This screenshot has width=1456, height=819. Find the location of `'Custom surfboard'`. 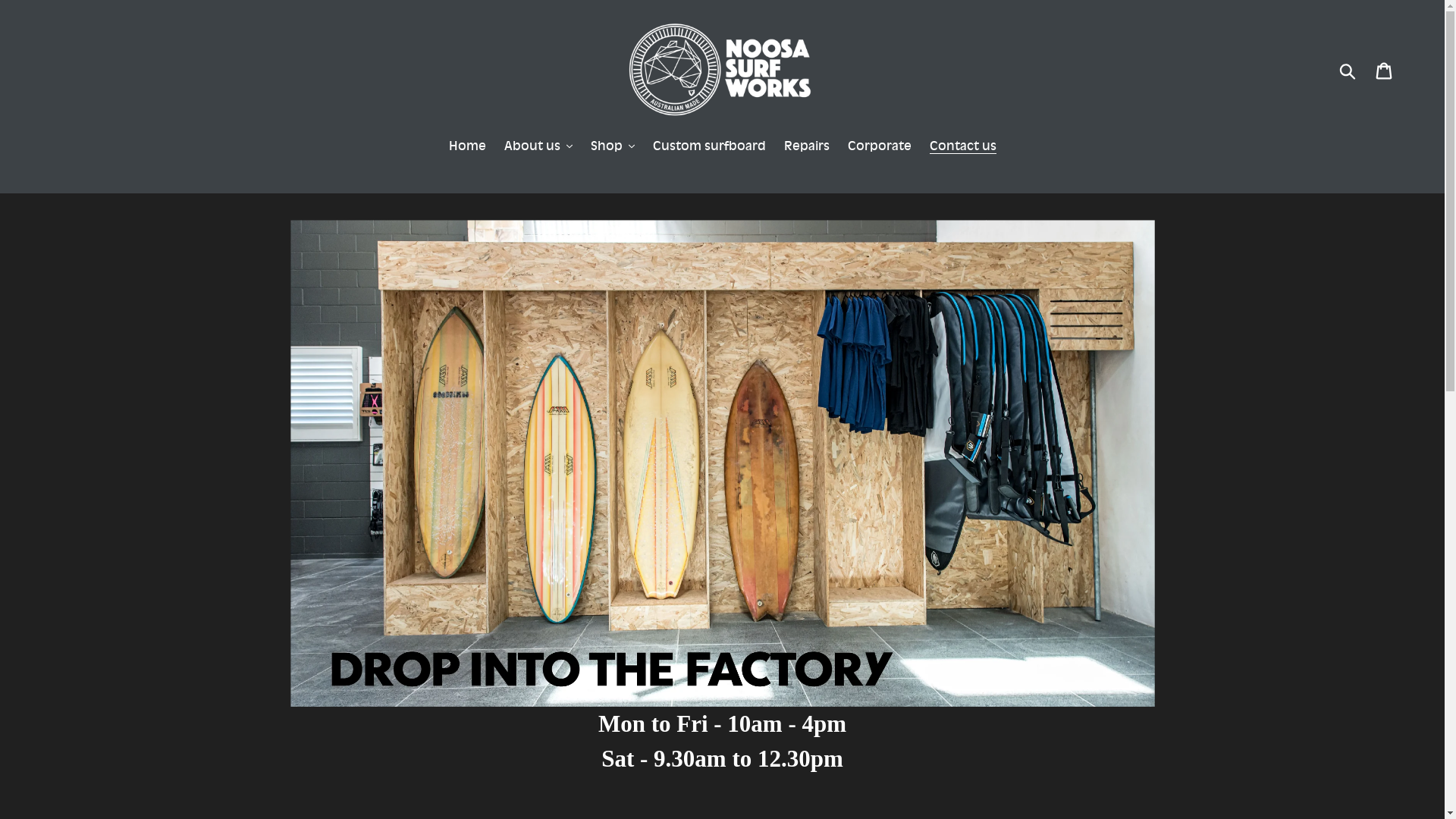

'Custom surfboard' is located at coordinates (708, 146).